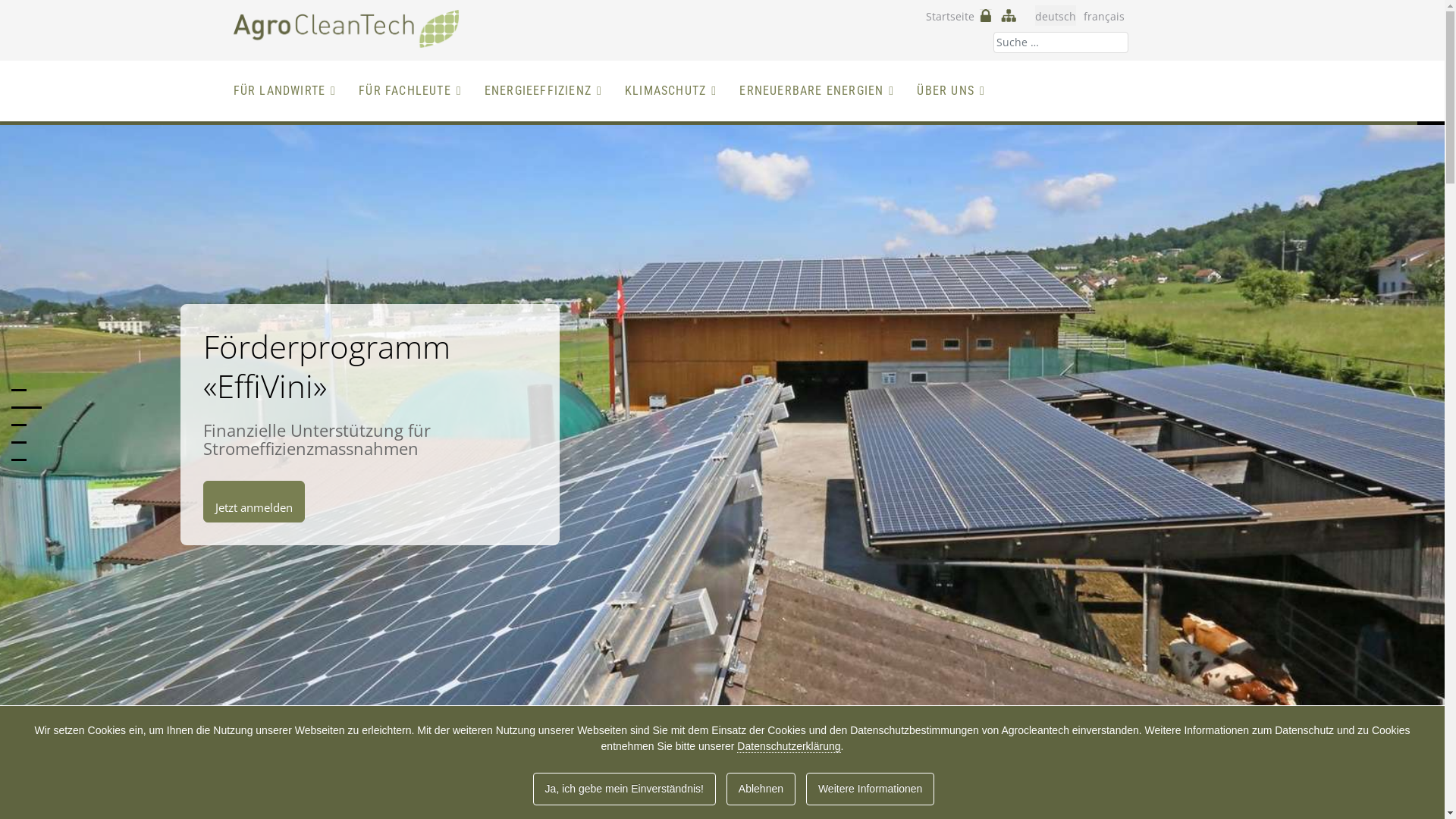 The width and height of the screenshot is (1456, 819). Describe the element at coordinates (949, 16) in the screenshot. I see `'Startseite'` at that location.